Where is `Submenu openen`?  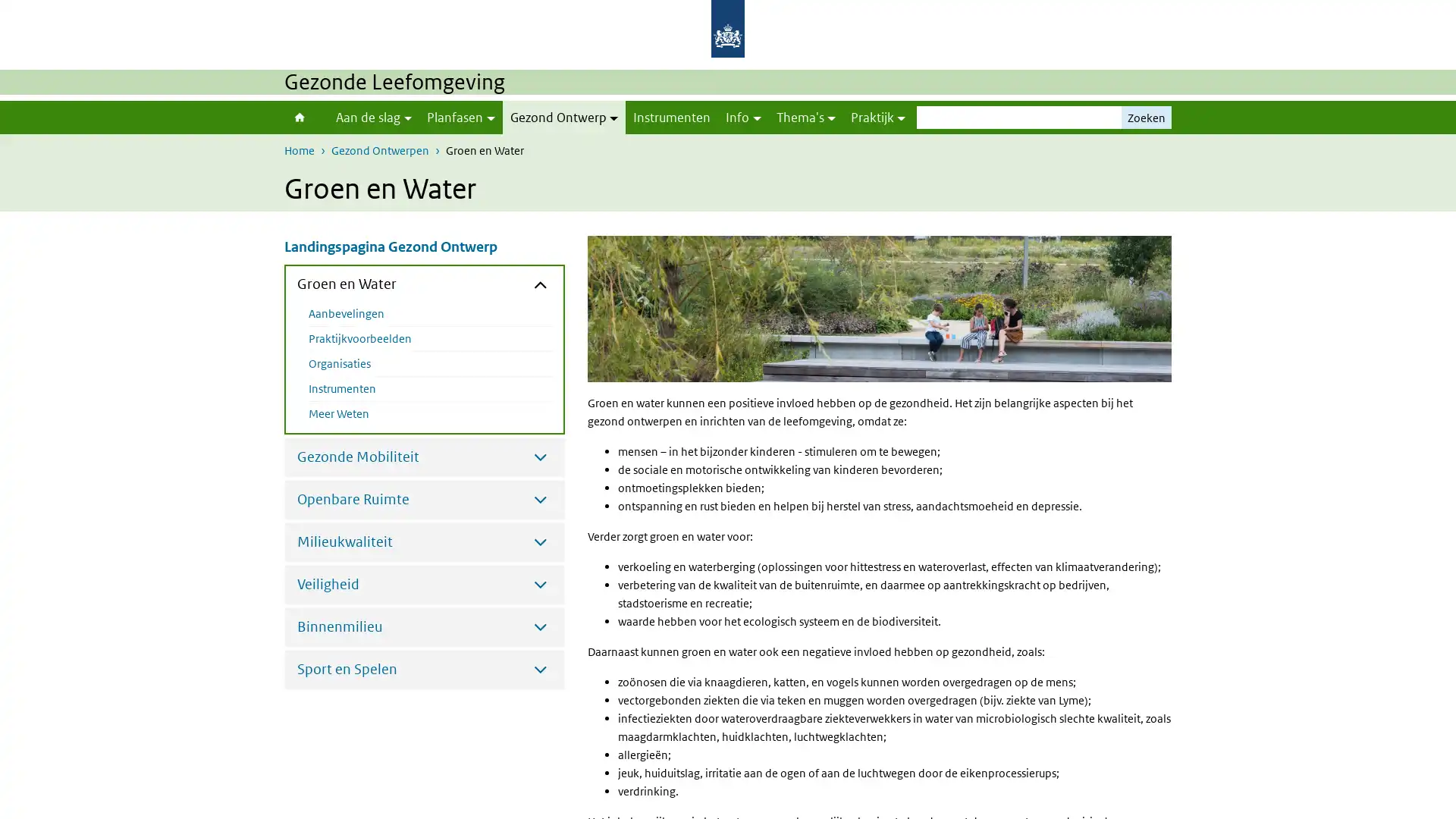
Submenu openen is located at coordinates (541, 626).